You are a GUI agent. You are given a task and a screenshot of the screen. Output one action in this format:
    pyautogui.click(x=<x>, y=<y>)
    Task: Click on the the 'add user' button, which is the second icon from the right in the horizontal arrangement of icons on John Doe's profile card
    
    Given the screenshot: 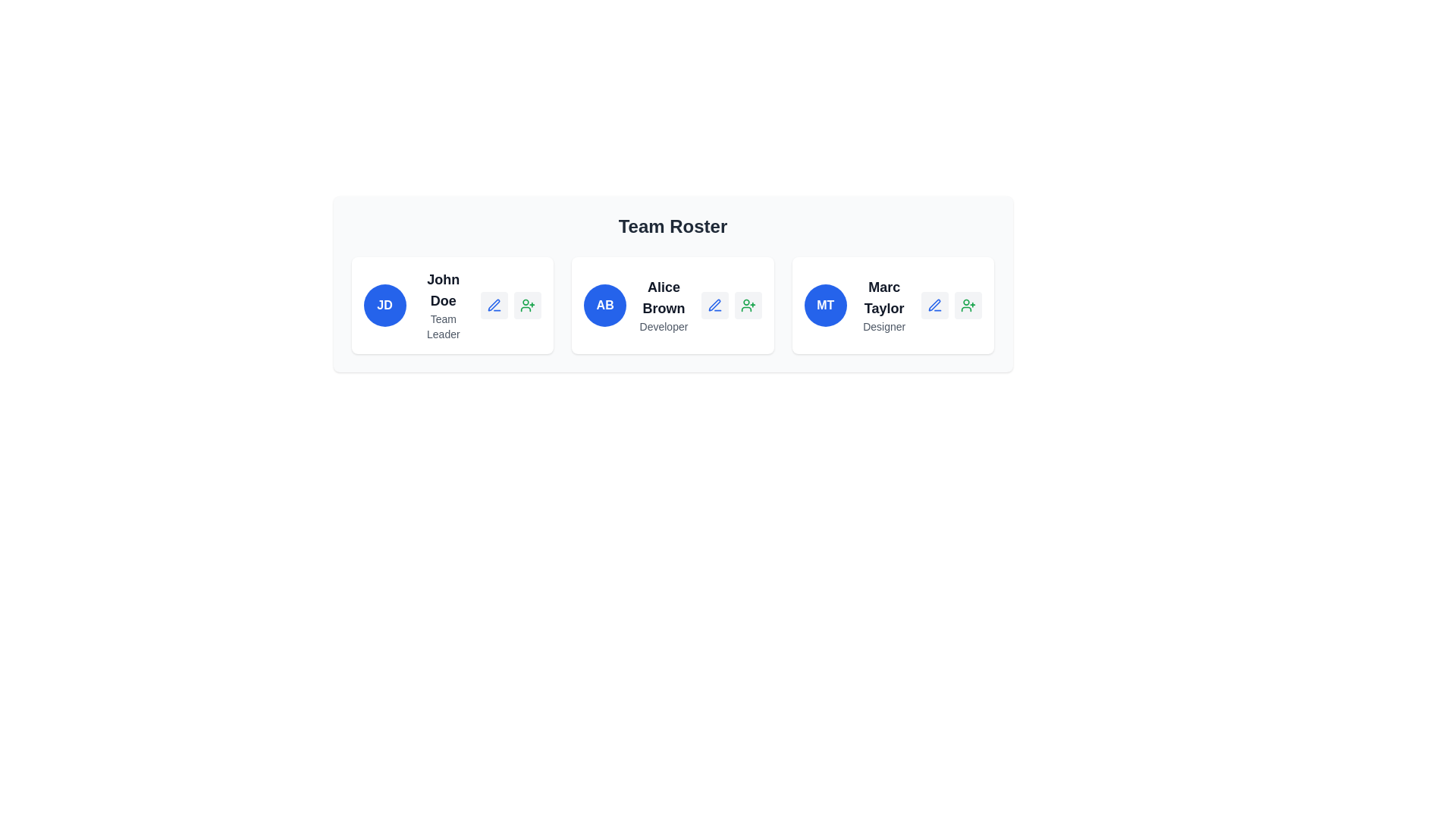 What is the action you would take?
    pyautogui.click(x=528, y=305)
    